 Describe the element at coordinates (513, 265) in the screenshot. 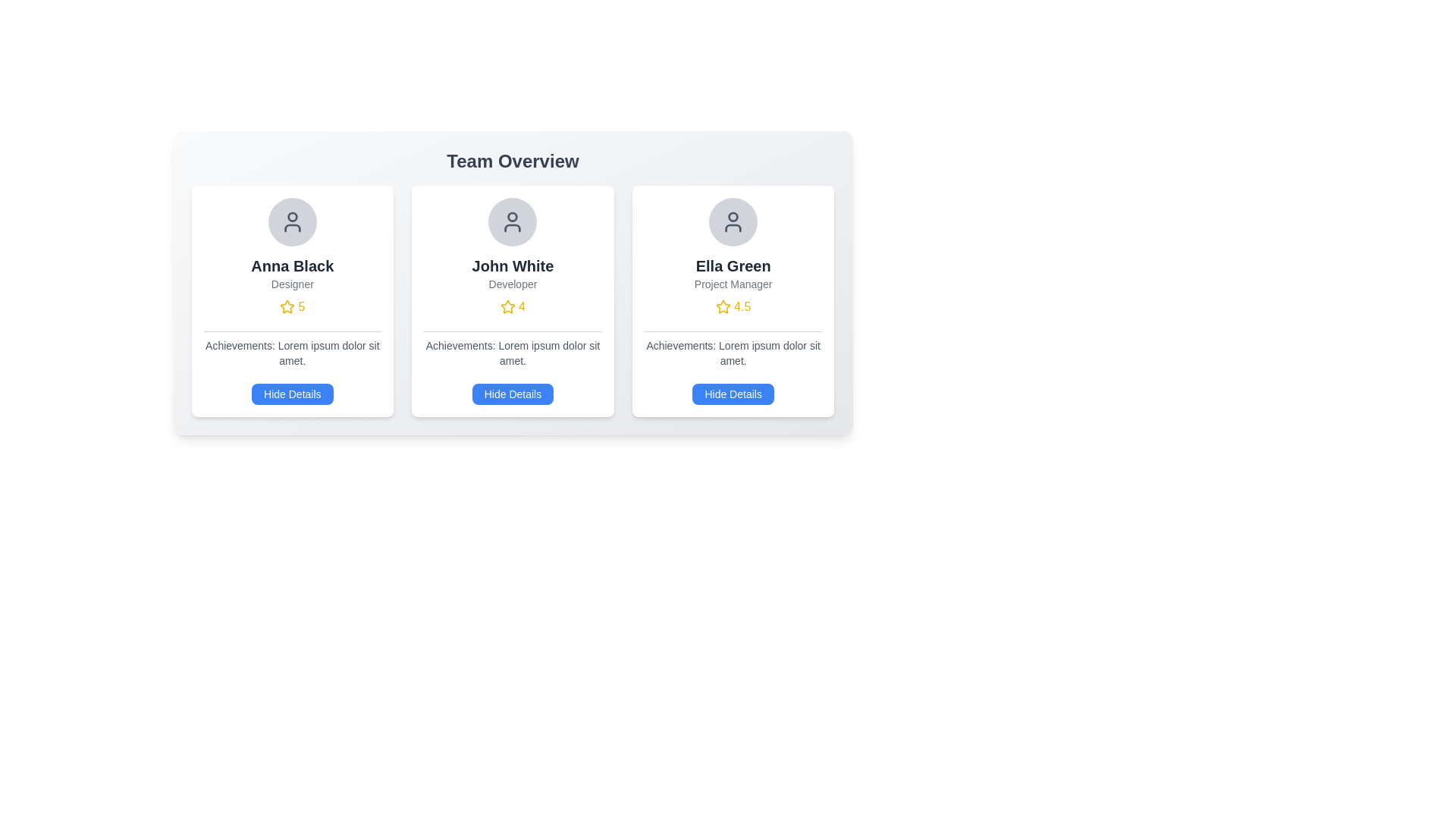

I see `the text label displaying 'John White', which is prominently styled in a larger, bold, dark font, located within the central profile card under the team overview section` at that location.